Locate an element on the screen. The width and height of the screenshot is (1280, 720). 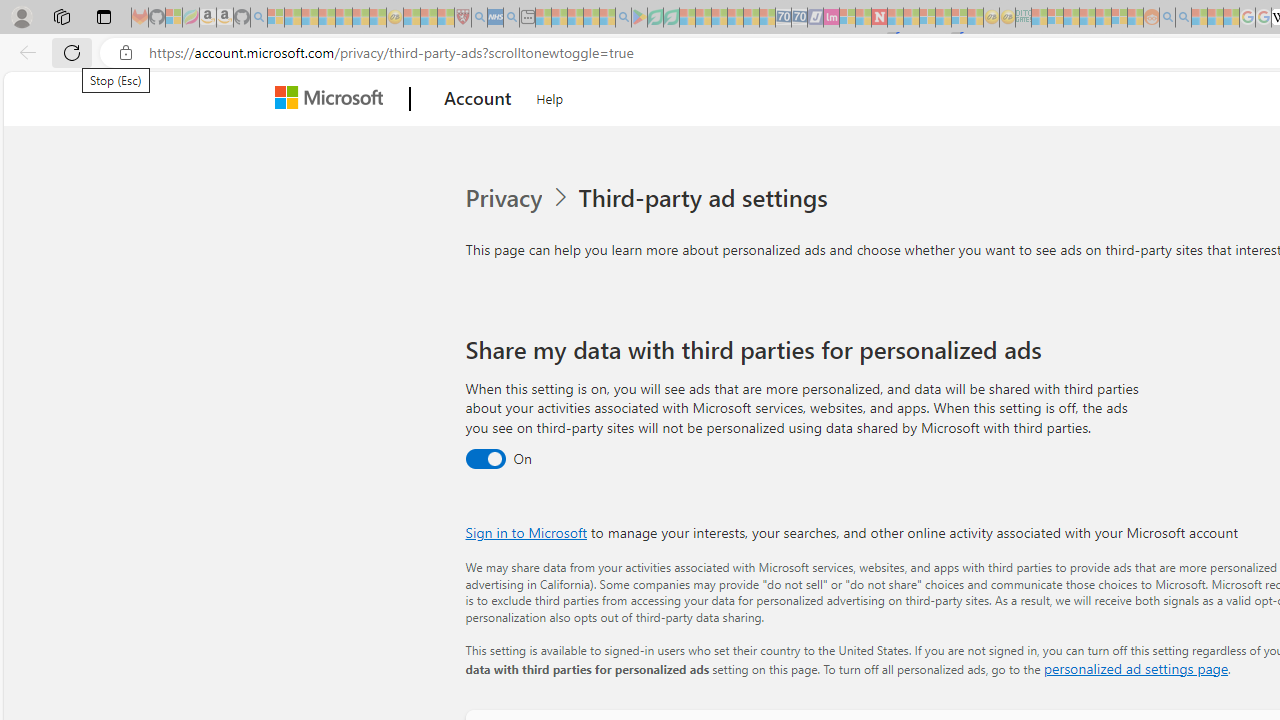
'Cheap Hotels - Save70.com - Sleeping' is located at coordinates (800, 17).